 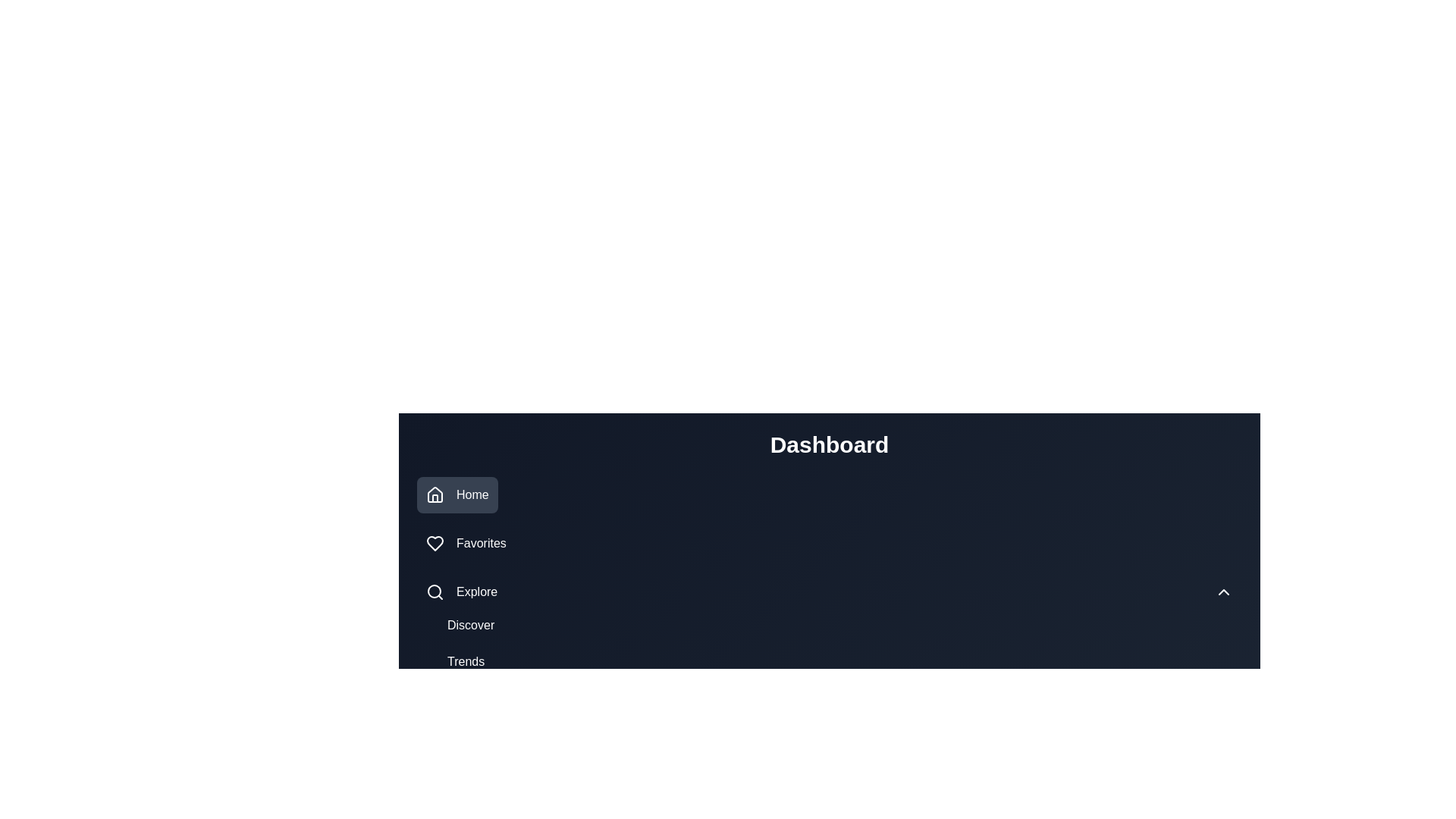 I want to click on the 'Home' text label in the left sidebar menu, which is styled in white text over a dark background and is part of the first menu item containing a house icon, so click(x=472, y=494).